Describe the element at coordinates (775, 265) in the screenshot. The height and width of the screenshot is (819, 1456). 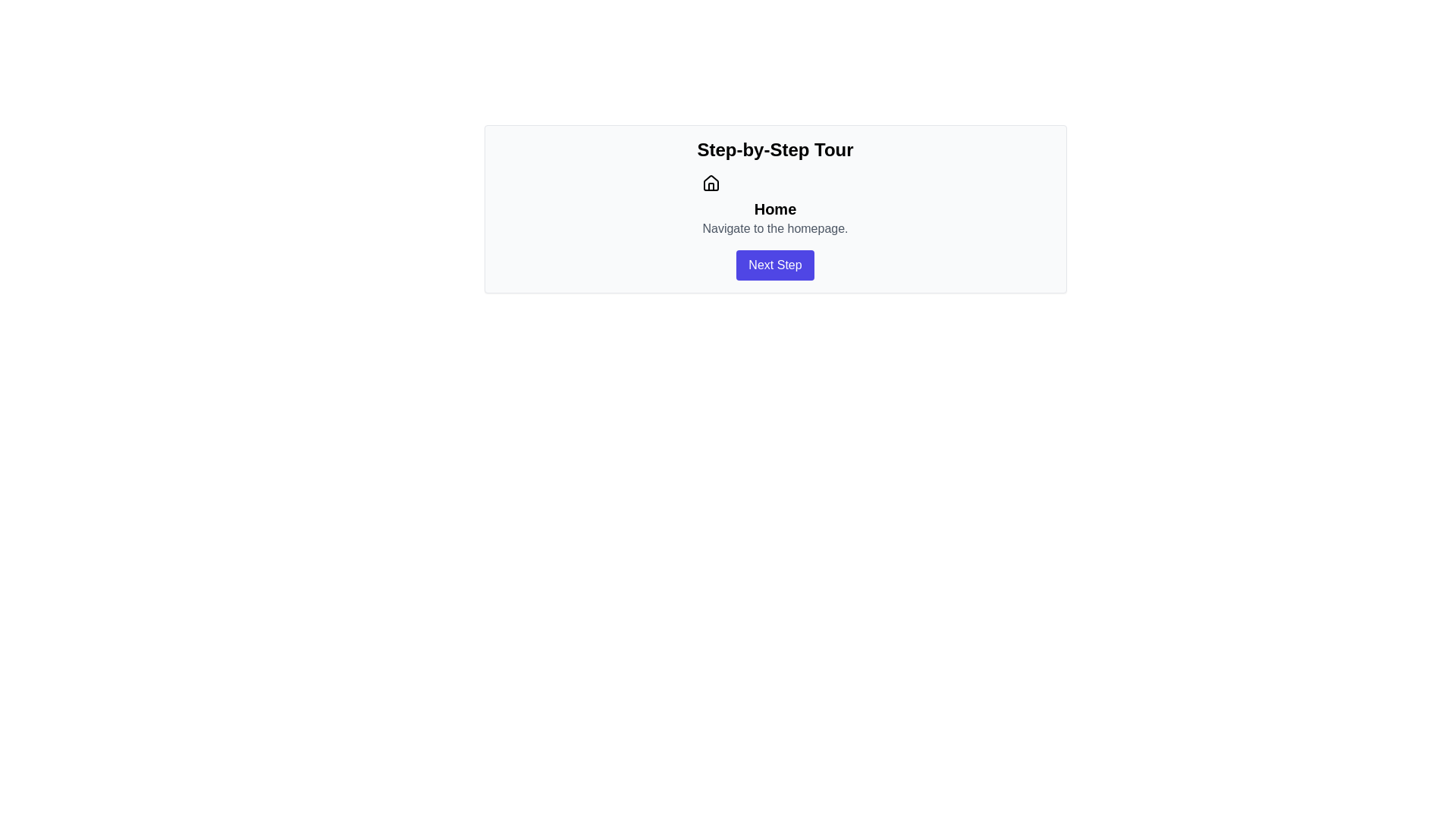
I see `the 'Next Step' button located within the 'Step-by-Step Tour' panel to proceed` at that location.